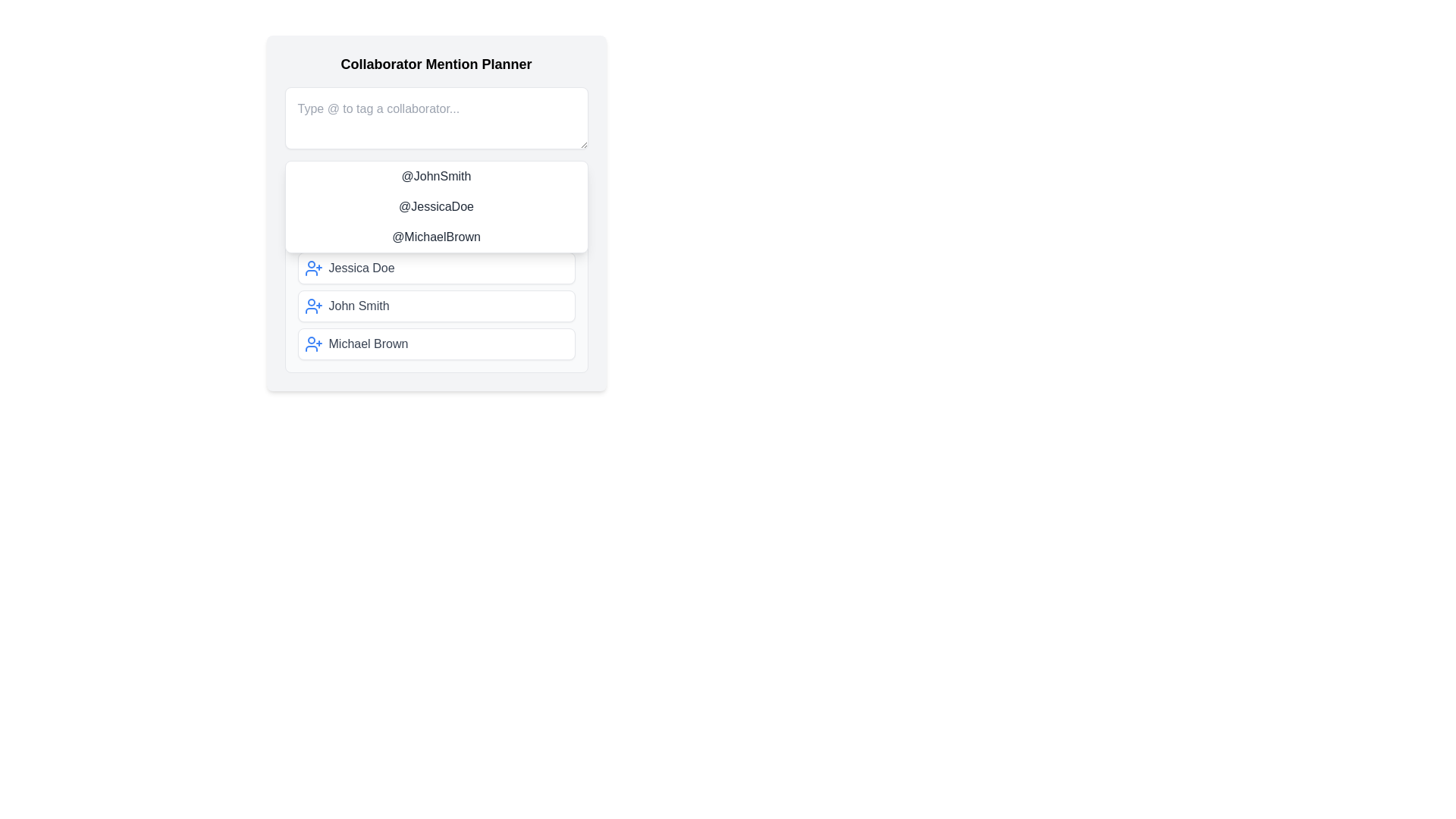 This screenshot has width=1456, height=819. Describe the element at coordinates (435, 213) in the screenshot. I see `the mention suggestion item '@JessicaDoe' in the dropdown menu` at that location.